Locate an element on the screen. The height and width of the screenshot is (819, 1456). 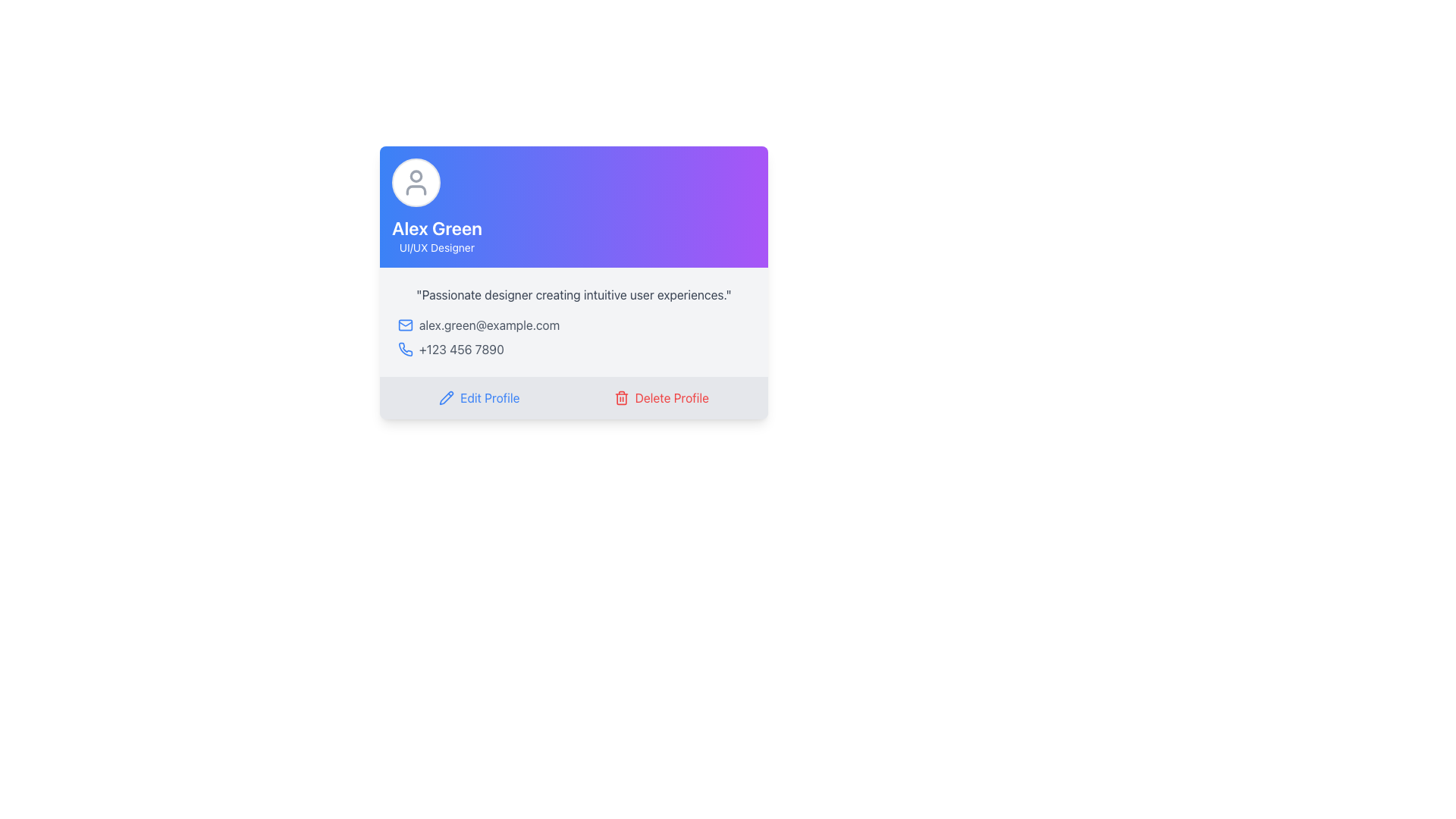
the compact red trash can icon located to the left of the 'Delete Profile' text in the bottom-right section of the profile card is located at coordinates (621, 397).